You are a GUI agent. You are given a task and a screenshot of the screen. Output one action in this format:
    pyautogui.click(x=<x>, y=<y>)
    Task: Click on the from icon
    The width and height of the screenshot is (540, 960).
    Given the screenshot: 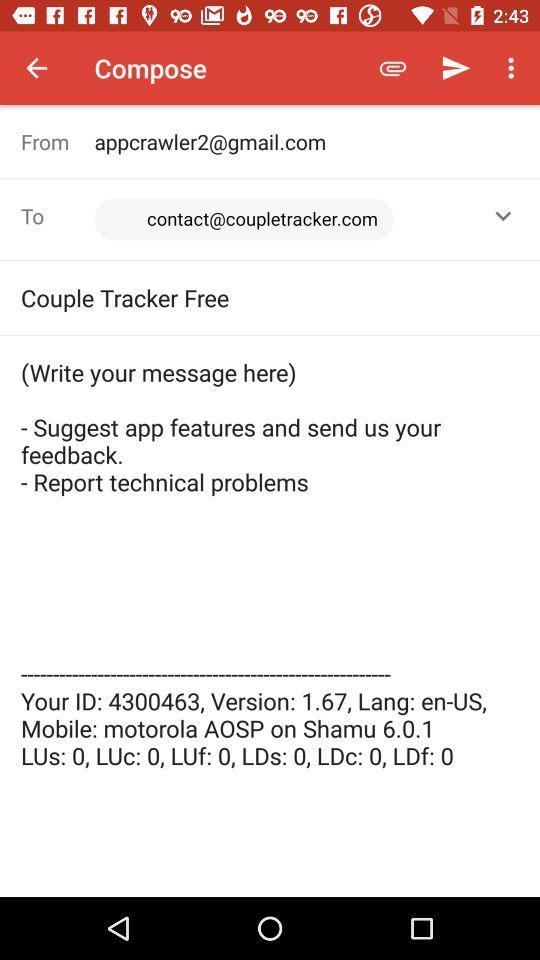 What is the action you would take?
    pyautogui.click(x=57, y=140)
    